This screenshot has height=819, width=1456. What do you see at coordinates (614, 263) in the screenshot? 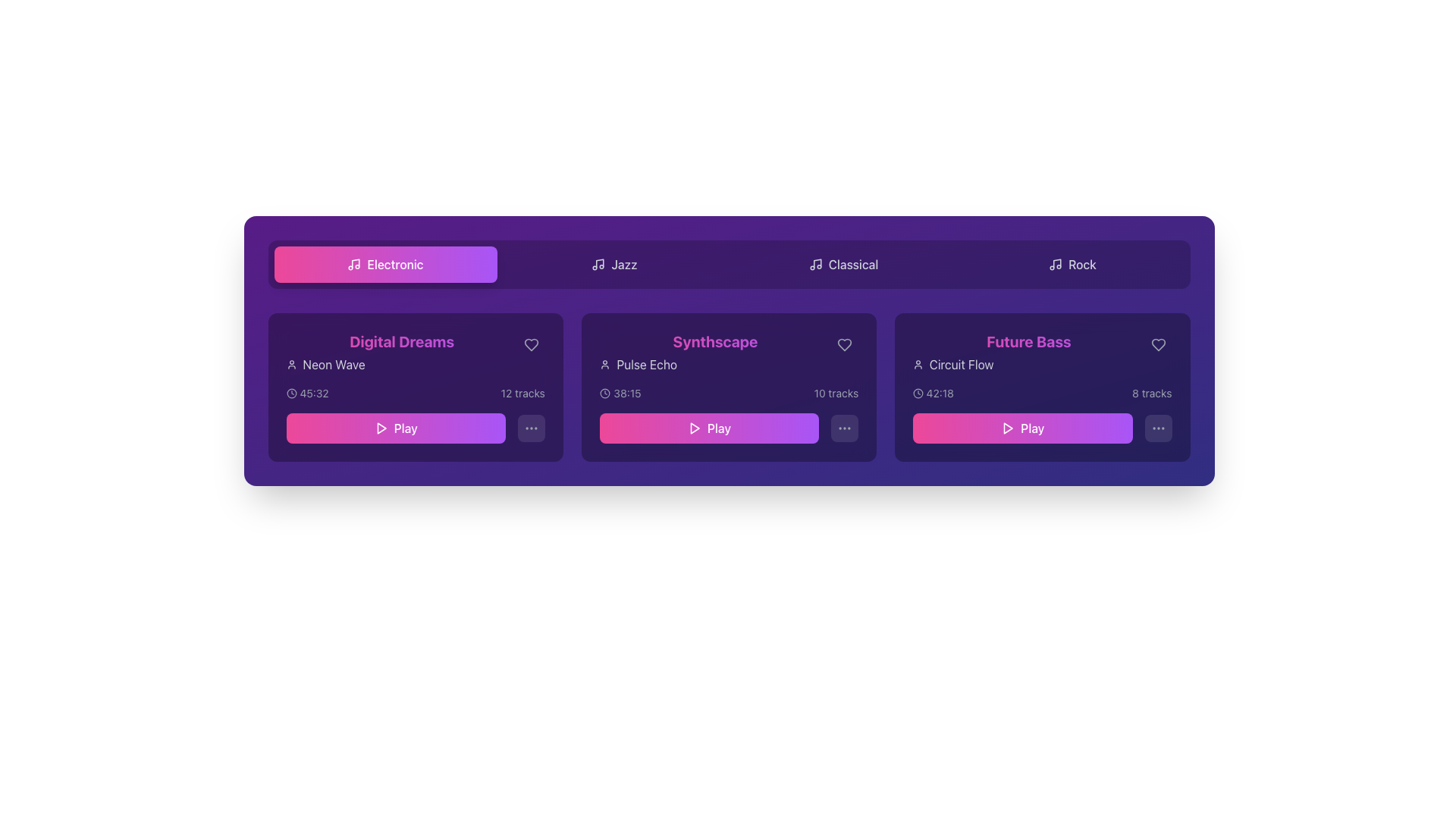
I see `the second button in a horizontal row of four, labeled with an icon related to 'Jazz', to activate the hover effect` at bounding box center [614, 263].